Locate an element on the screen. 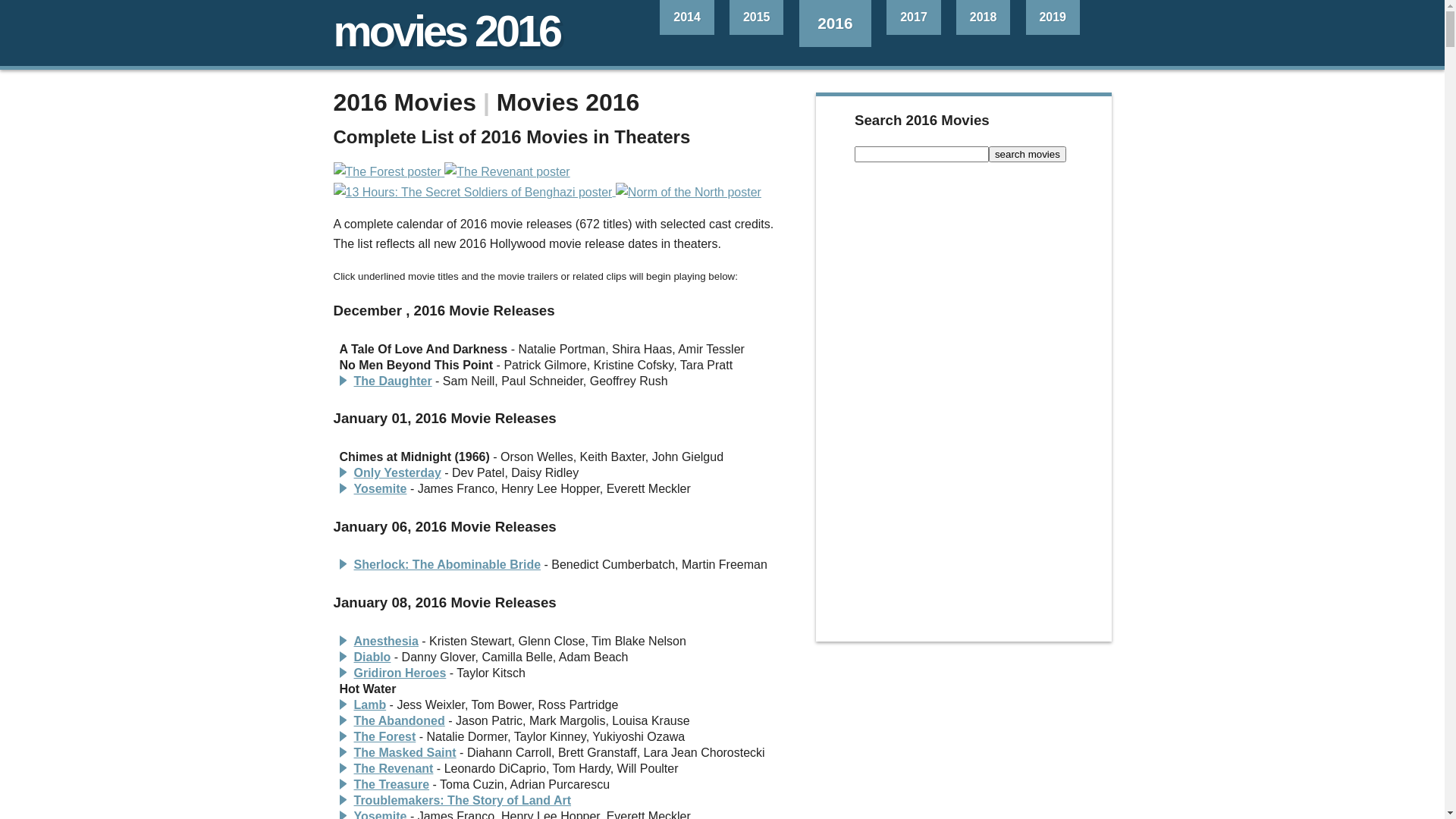  'The Revenant' is located at coordinates (393, 768).